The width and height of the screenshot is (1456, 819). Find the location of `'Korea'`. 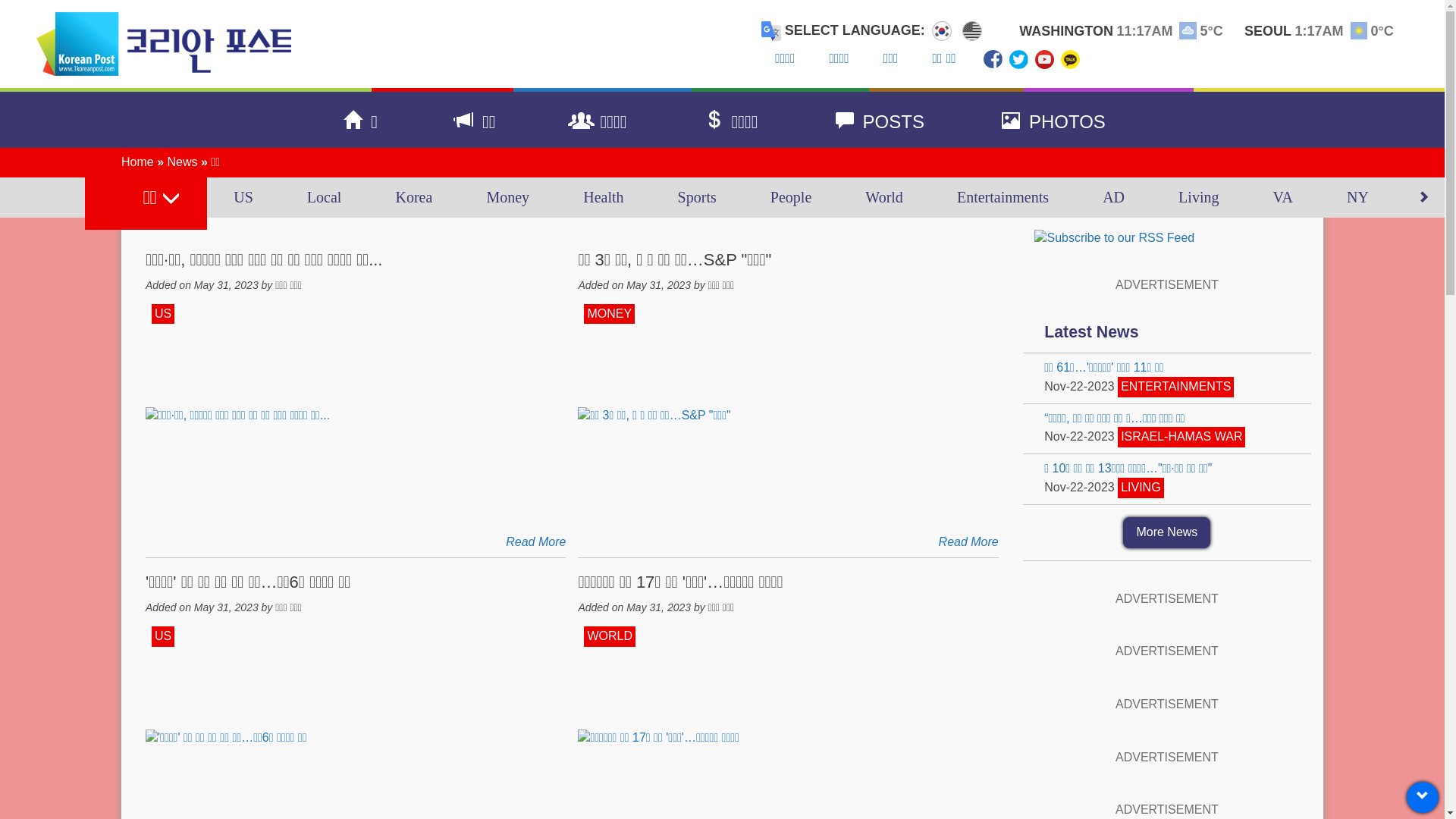

'Korea' is located at coordinates (414, 197).